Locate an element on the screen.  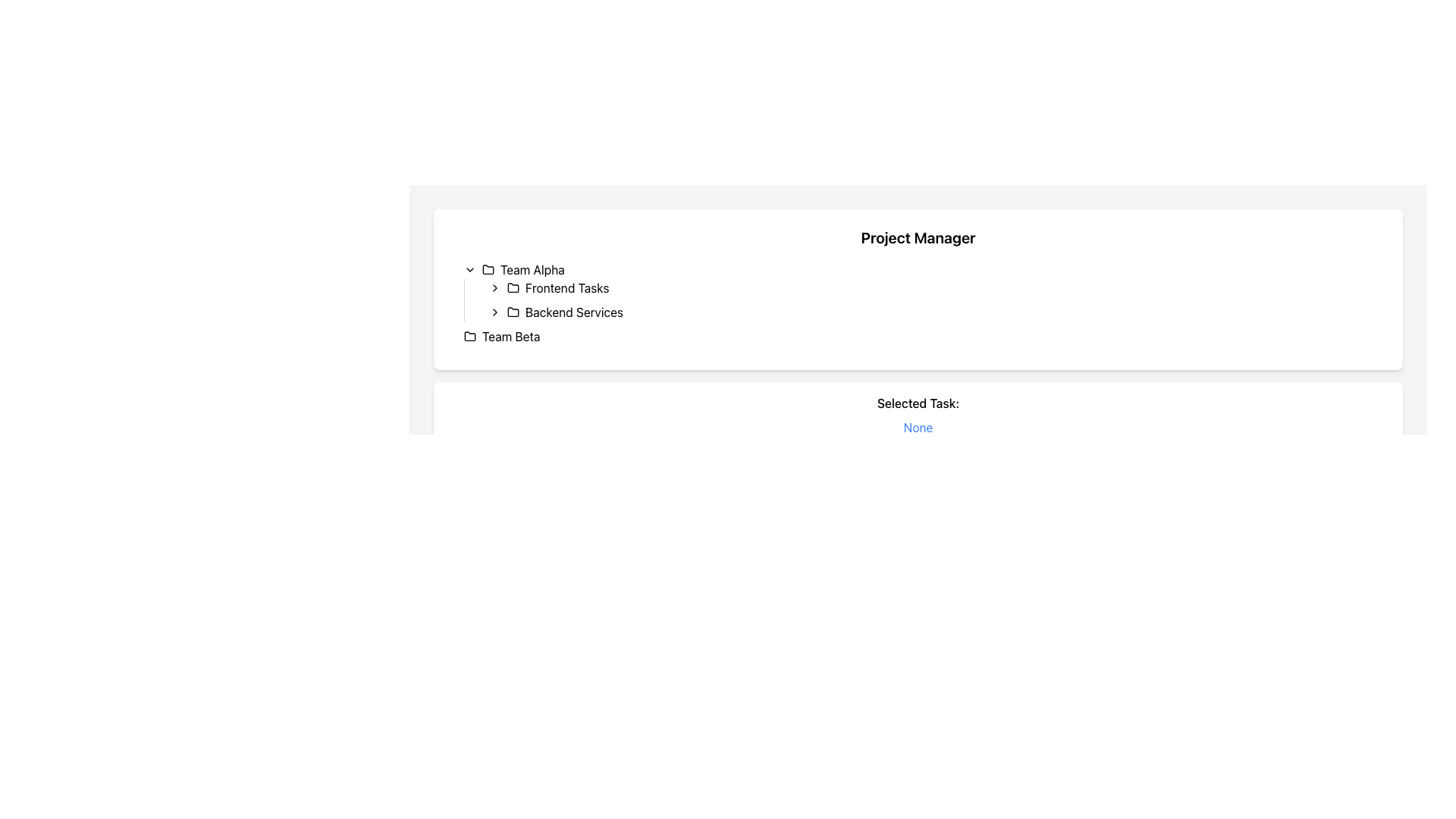
the text label element displaying 'Selected Task:' which is styled in medium font weight and located above the blue-texted value 'None' is located at coordinates (917, 403).